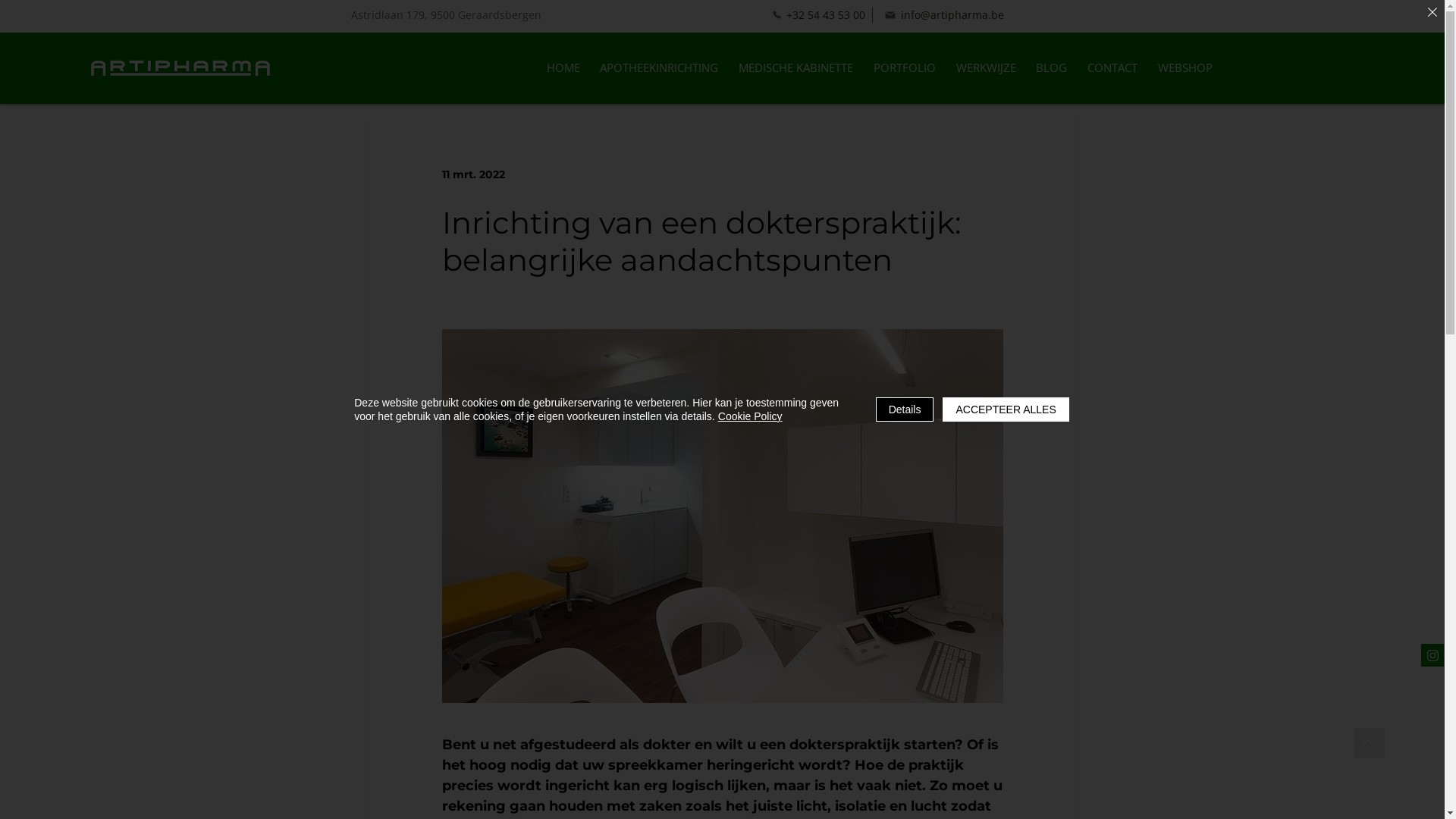 This screenshot has width=1456, height=819. I want to click on 'Cookie Policy', so click(750, 416).